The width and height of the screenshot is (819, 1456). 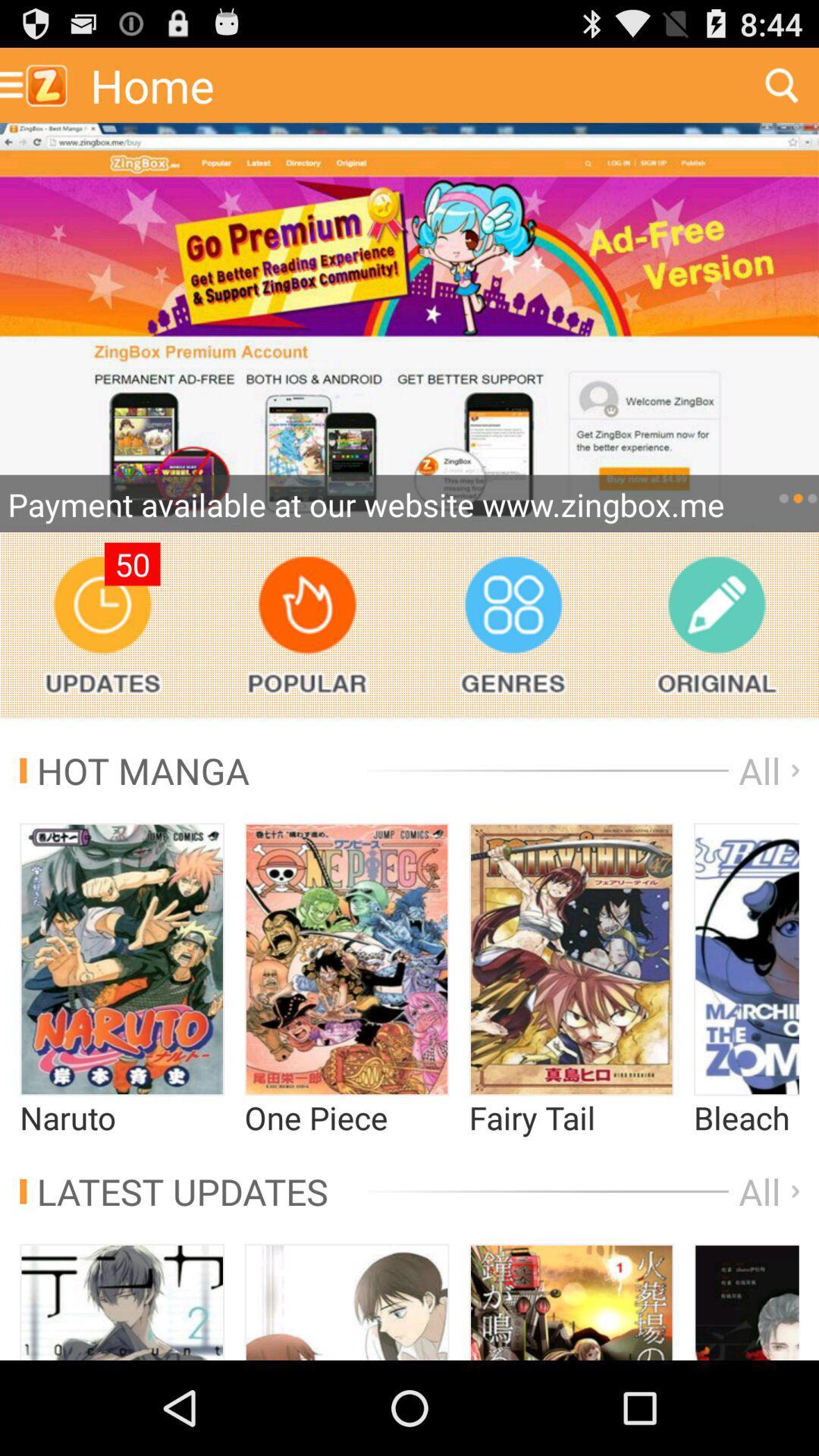 I want to click on expand episode details, so click(x=121, y=959).